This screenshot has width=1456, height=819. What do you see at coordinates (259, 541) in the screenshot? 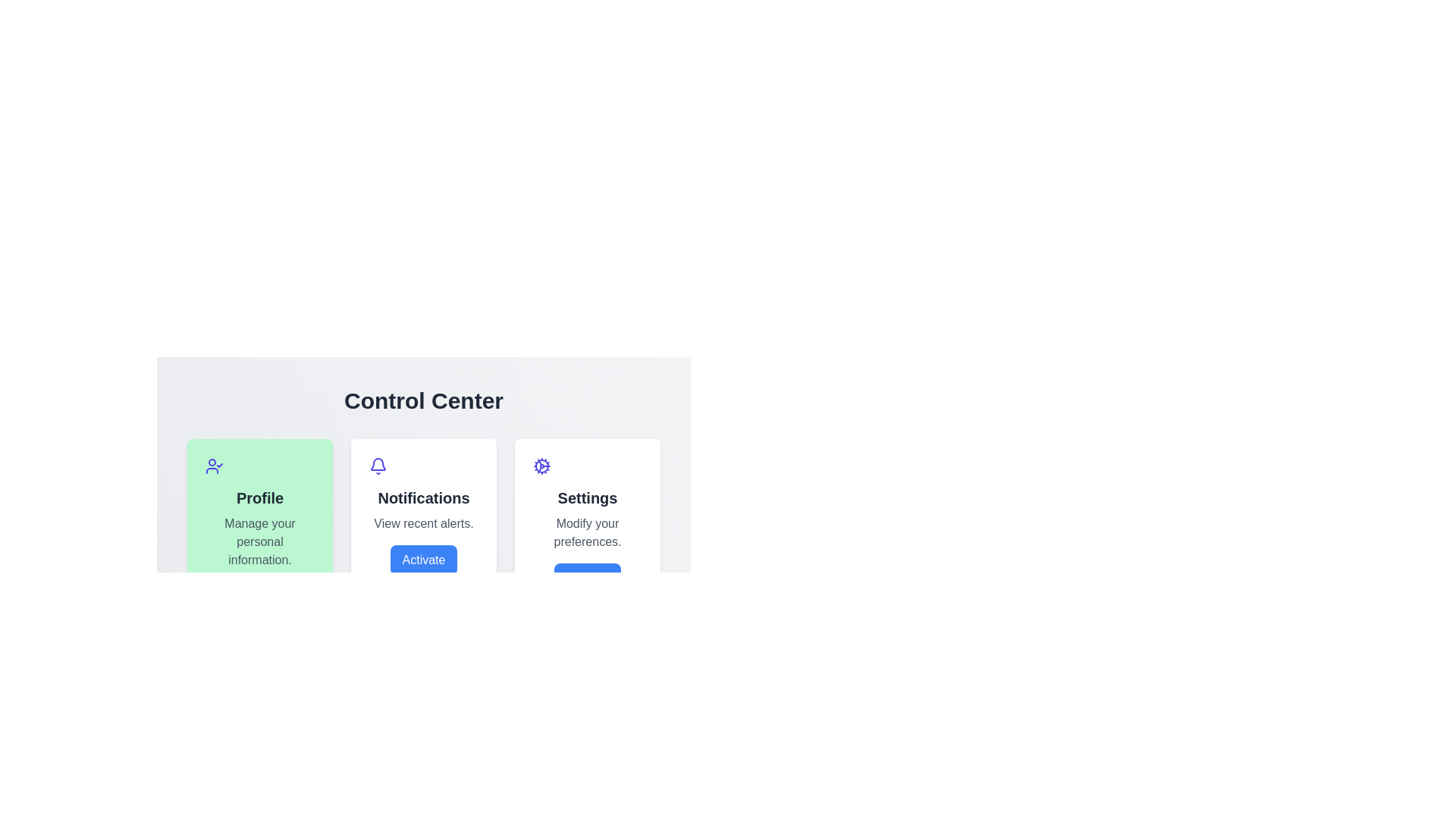
I see `the static text label that displays 'Manage your personal information.' which is positioned beneath the 'Profile' heading and above the 'Open' button` at bounding box center [259, 541].